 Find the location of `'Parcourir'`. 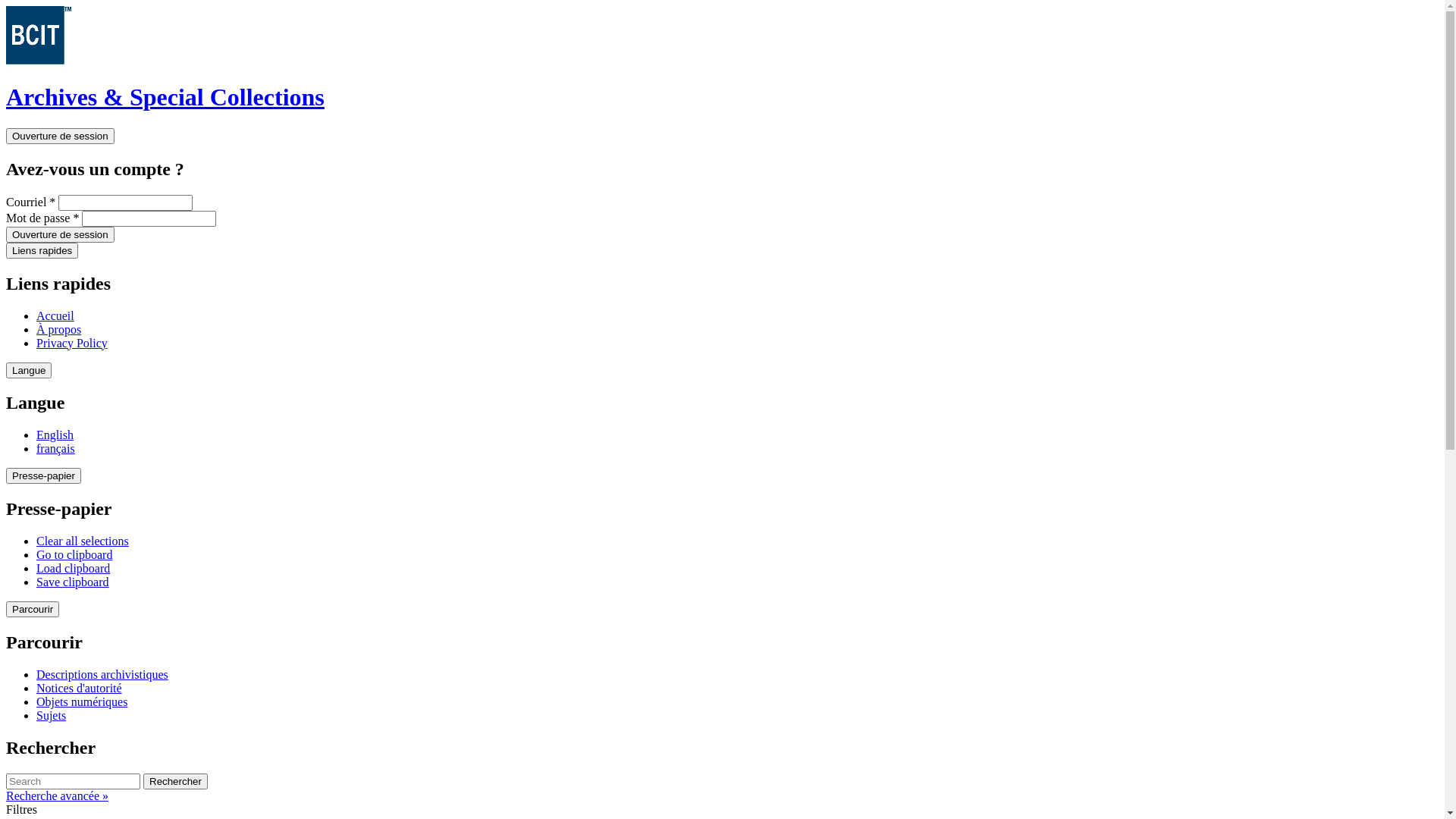

'Parcourir' is located at coordinates (33, 608).